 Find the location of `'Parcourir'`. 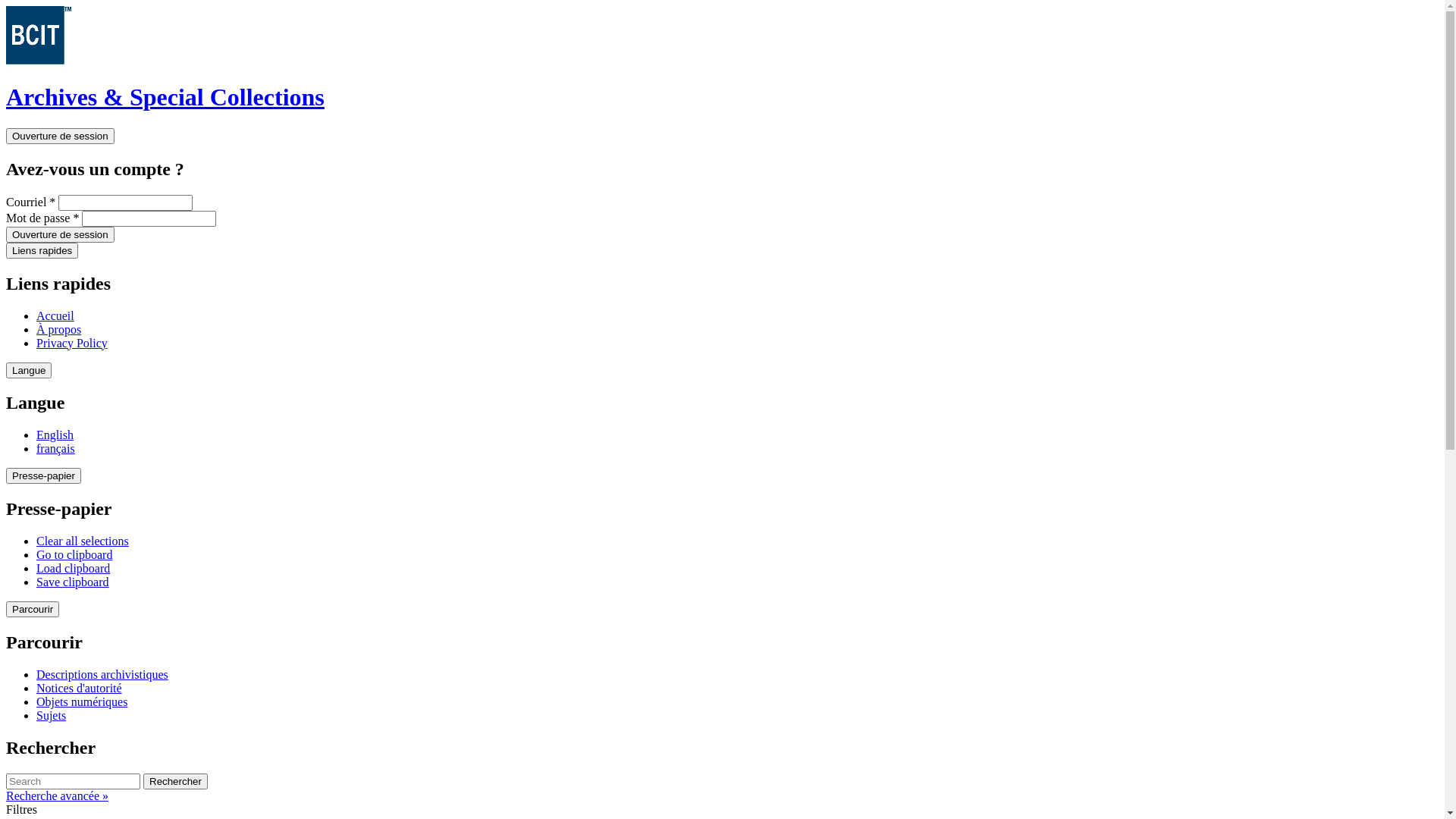

'Parcourir' is located at coordinates (33, 608).